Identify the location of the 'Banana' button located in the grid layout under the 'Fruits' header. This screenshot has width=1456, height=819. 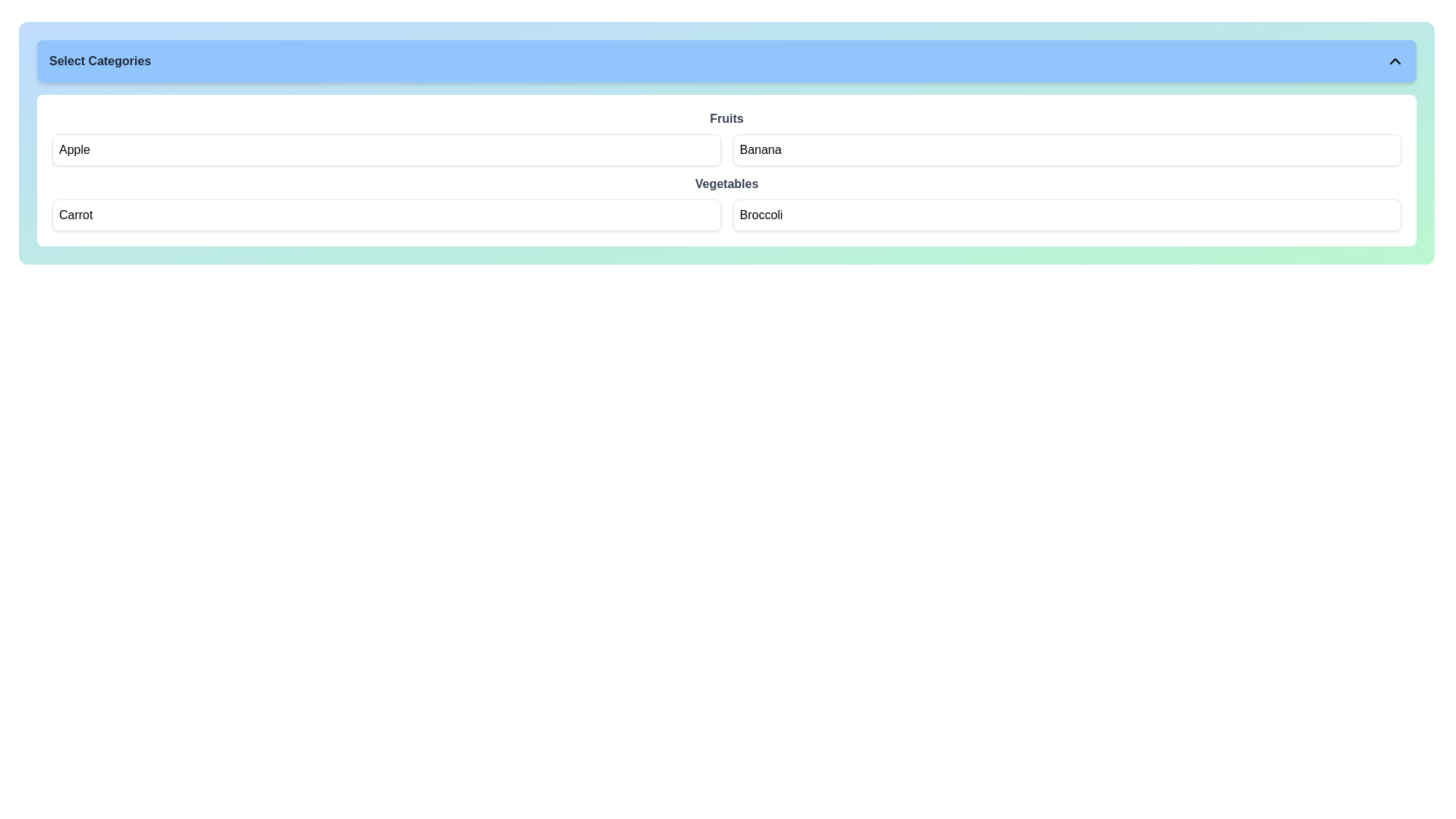
(1066, 149).